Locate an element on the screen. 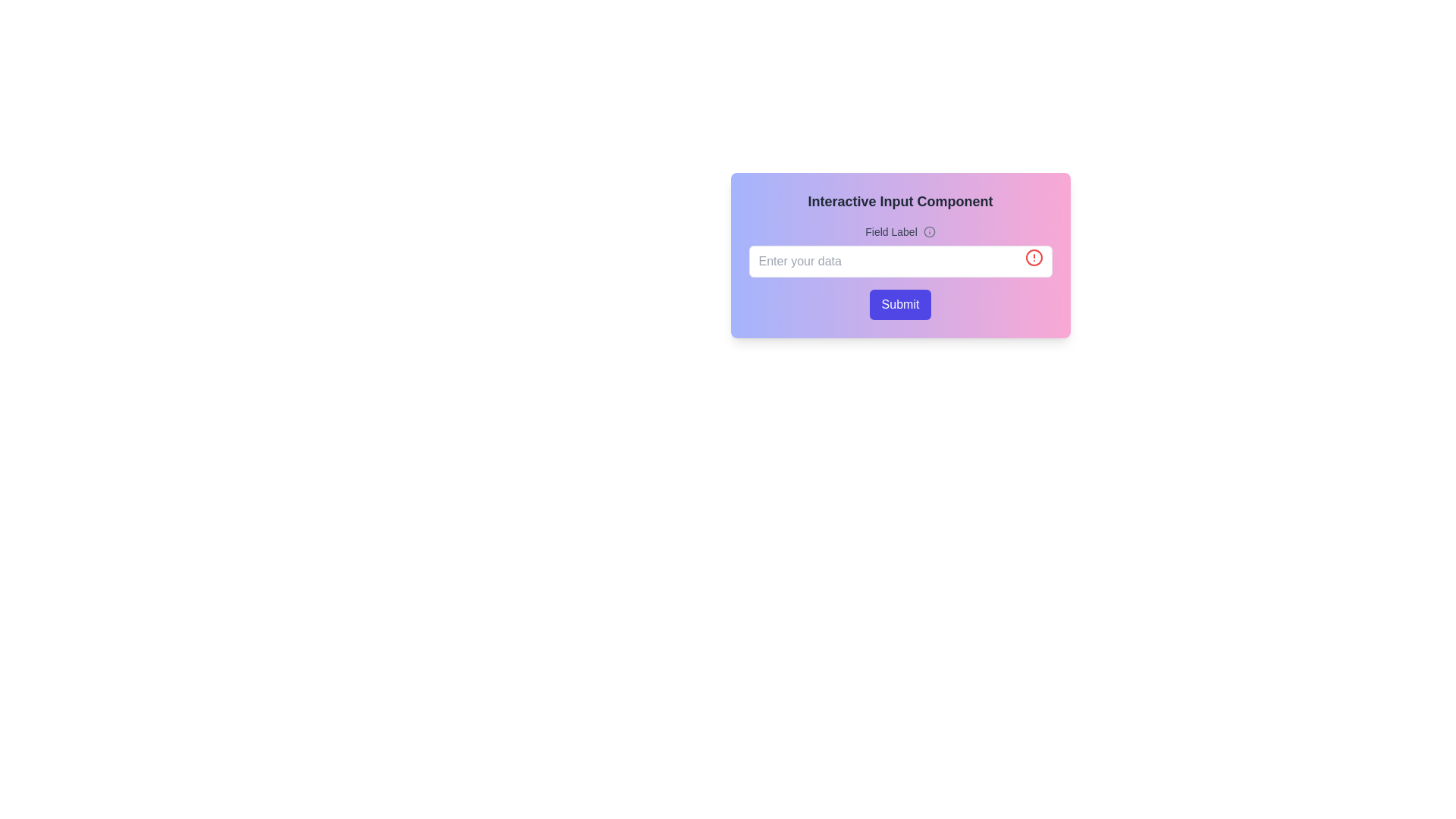 The height and width of the screenshot is (819, 1456). the circular information icon with a gray outline located to the right of the label text 'Field Label' in the component's header section is located at coordinates (928, 231).